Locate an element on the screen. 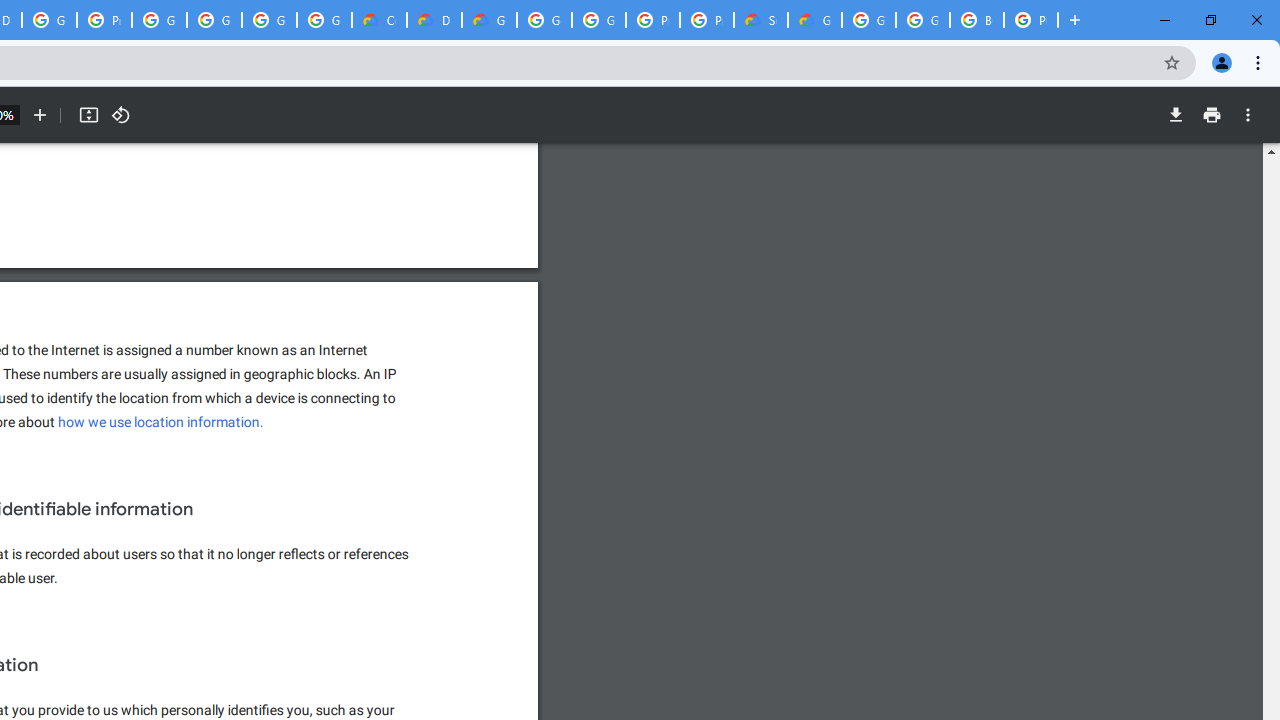 The image size is (1280, 720). 'Google Cloud Service Health' is located at coordinates (815, 20).